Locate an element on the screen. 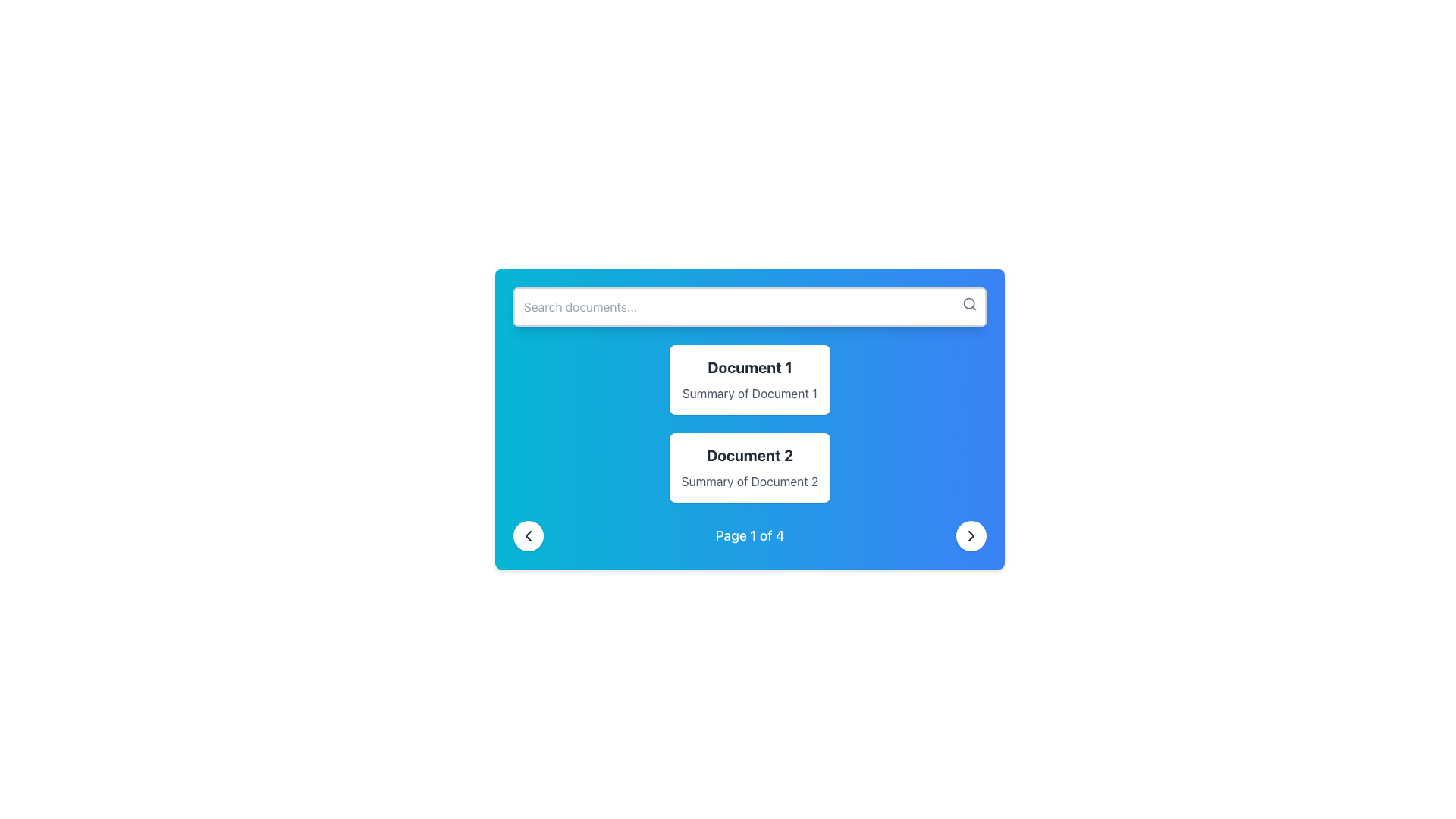 This screenshot has height=819, width=1456. the Chevron Direction Indicator icon located in the bottom-right corner of the interface to initiate forward navigation is located at coordinates (971, 535).